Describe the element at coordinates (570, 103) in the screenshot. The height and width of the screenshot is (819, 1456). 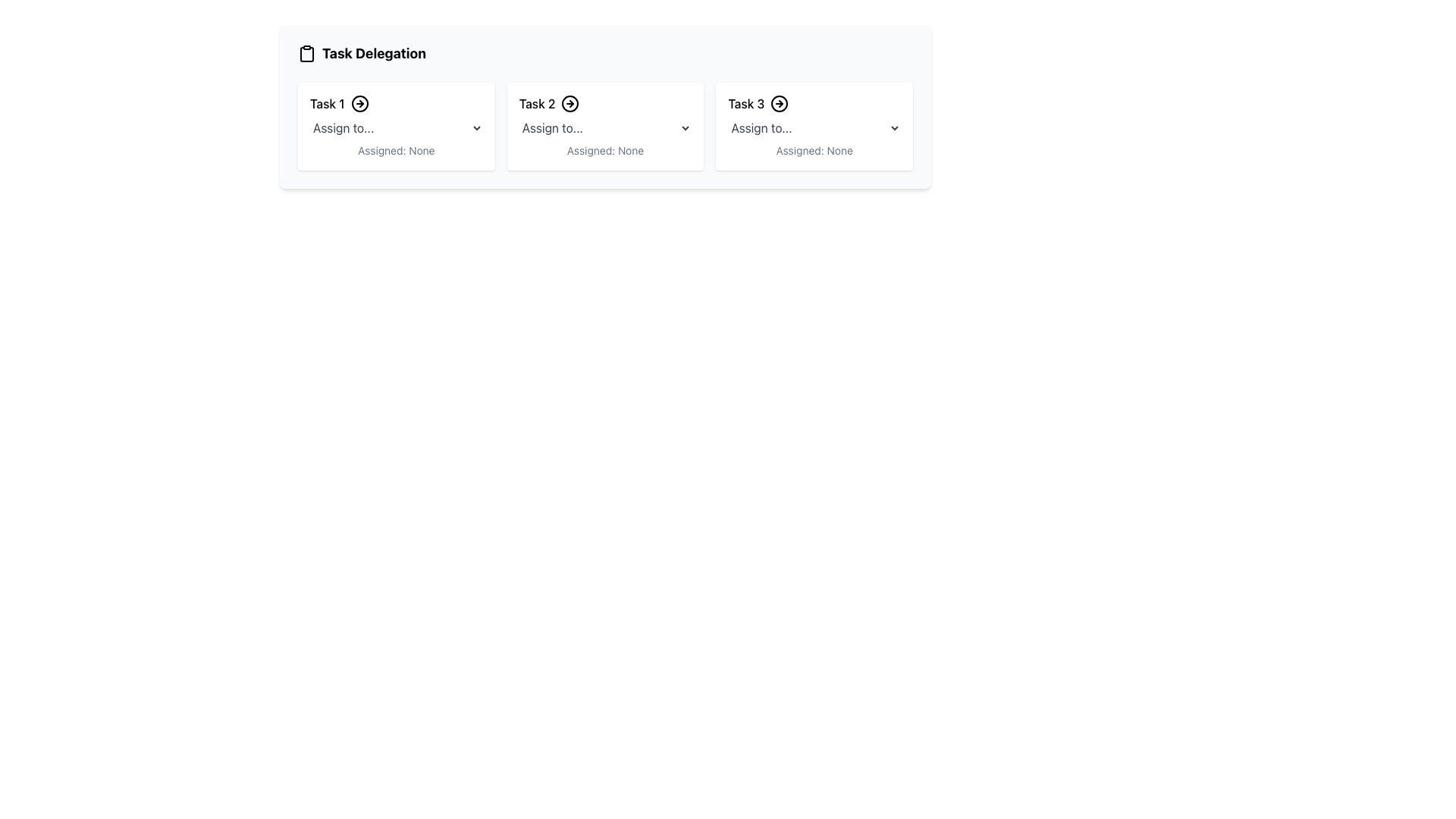
I see `the Circular visual component within the icon of the second task card titled 'Task 2' in the Task Delegation section` at that location.